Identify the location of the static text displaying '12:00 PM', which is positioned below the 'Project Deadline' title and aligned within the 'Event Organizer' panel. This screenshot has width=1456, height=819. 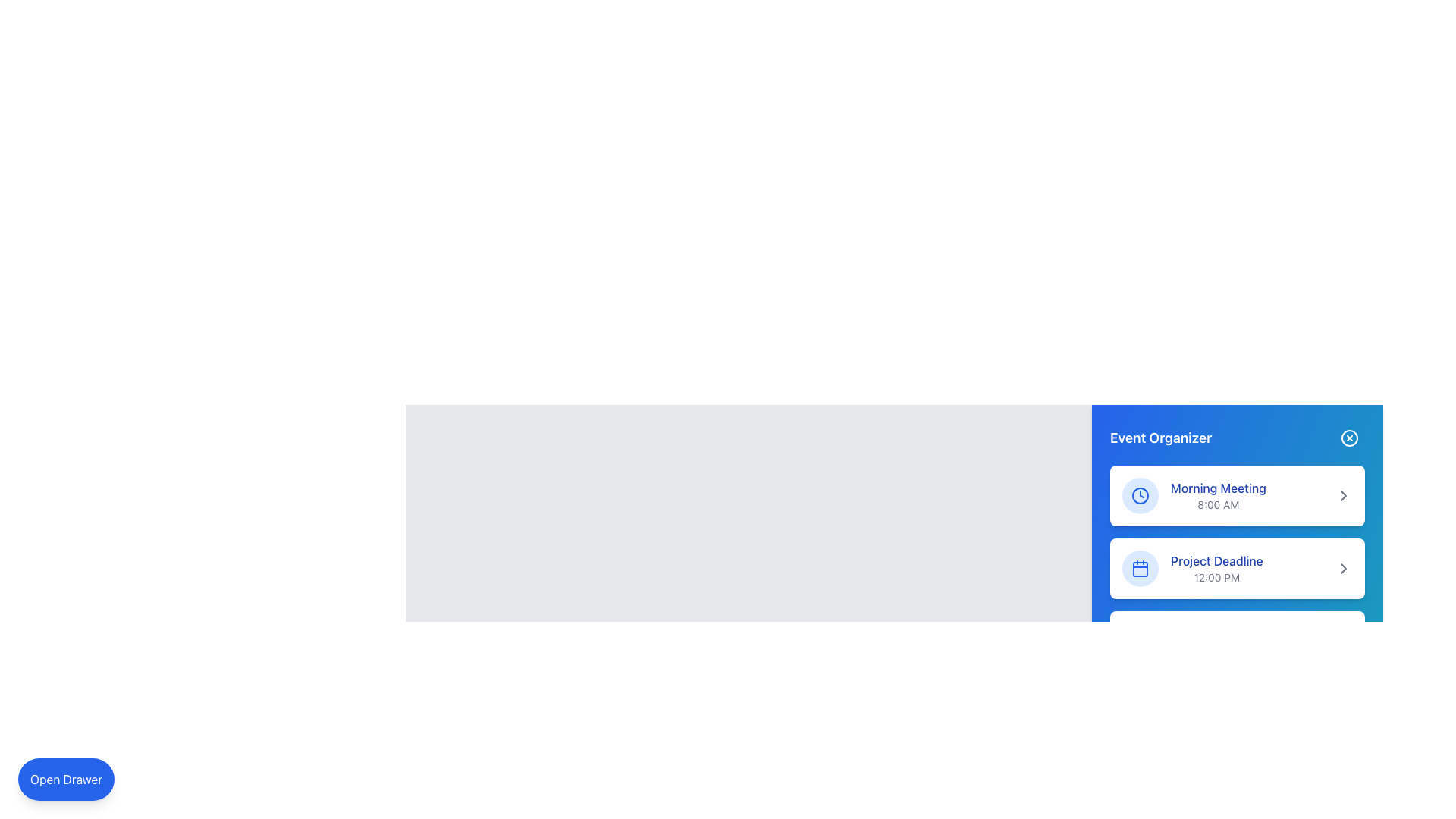
(1216, 578).